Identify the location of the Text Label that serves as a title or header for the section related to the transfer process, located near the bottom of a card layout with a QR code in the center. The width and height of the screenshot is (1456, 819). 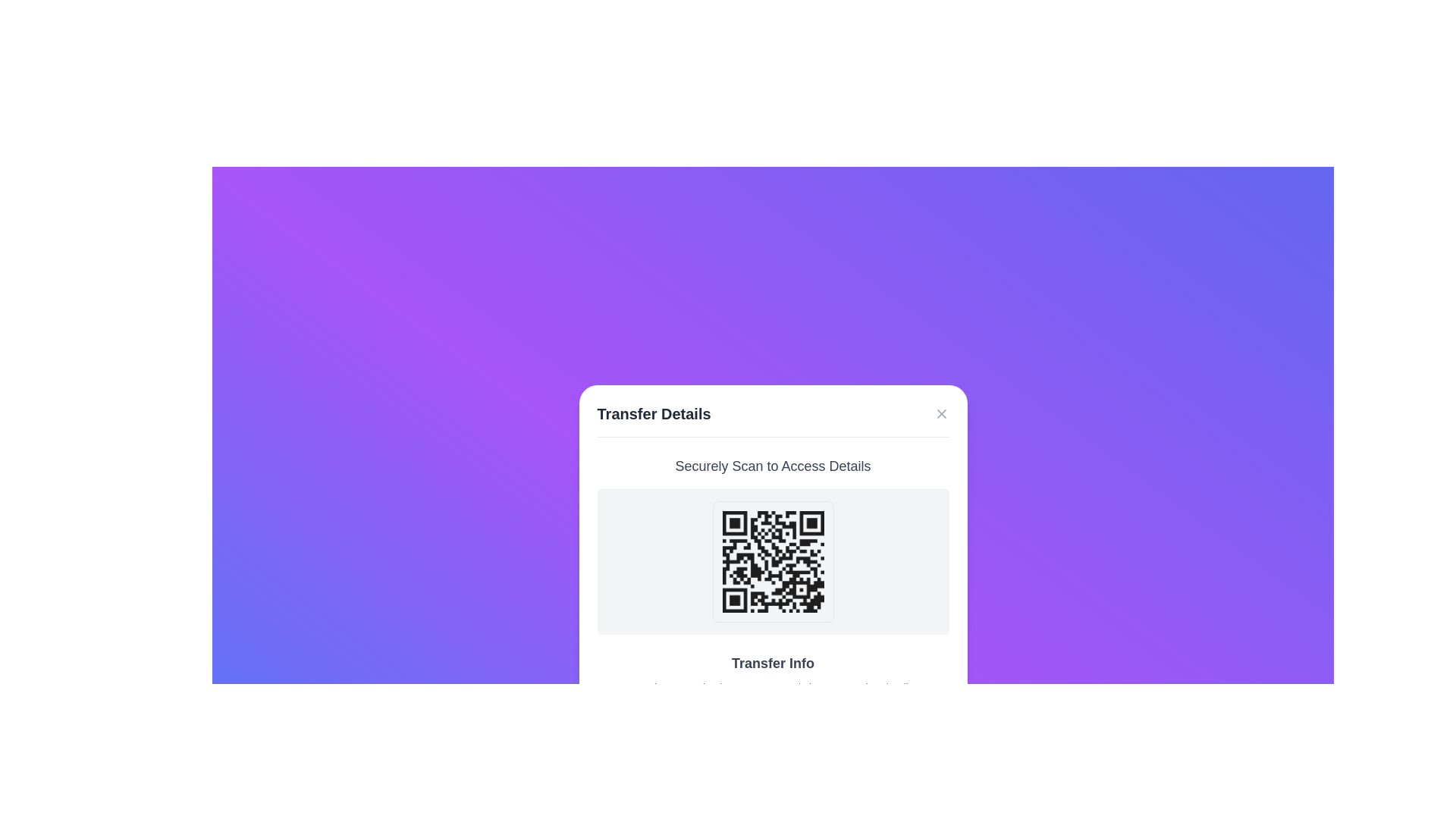
(773, 662).